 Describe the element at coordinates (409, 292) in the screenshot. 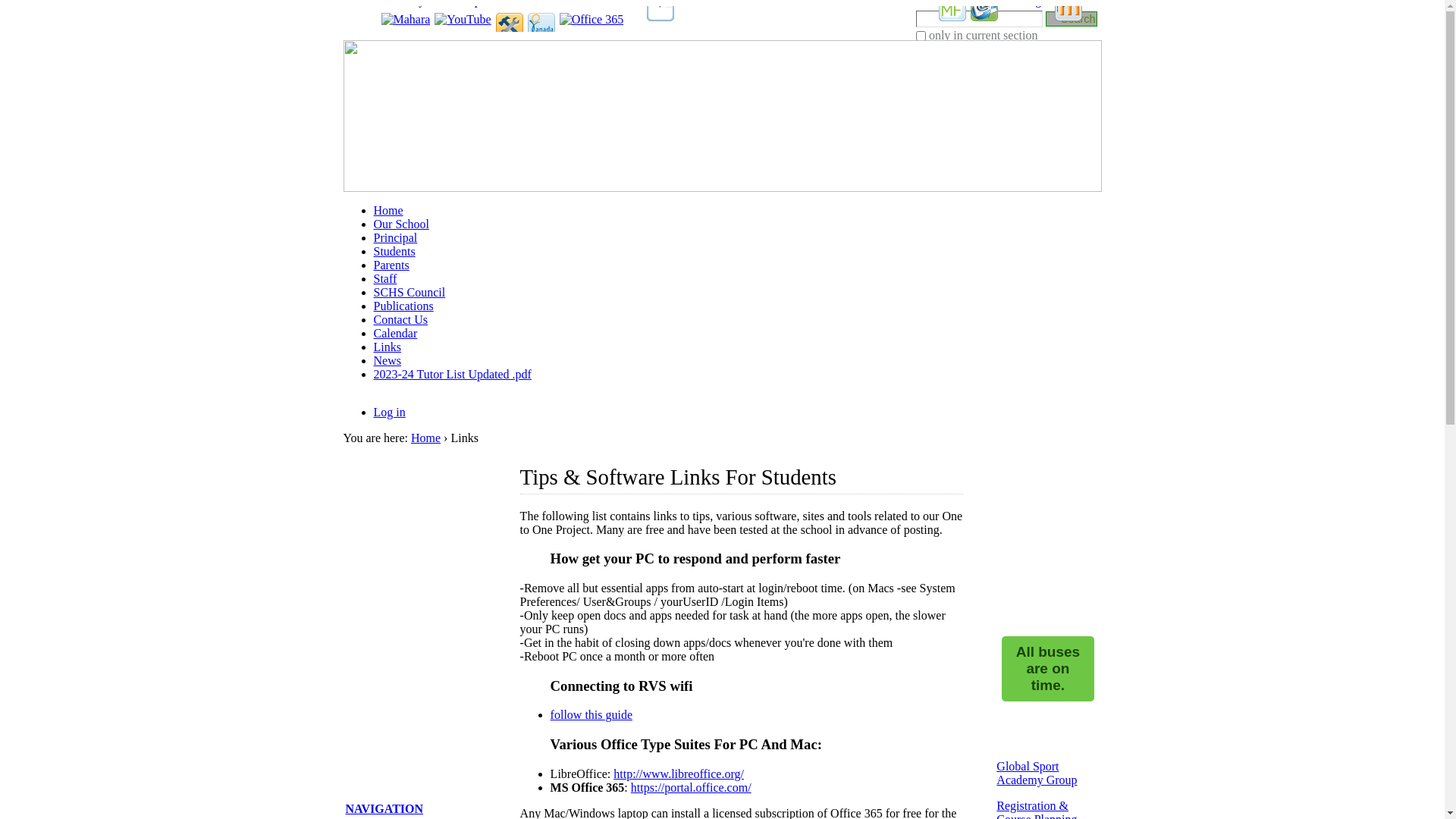

I see `'SCHS Council'` at that location.